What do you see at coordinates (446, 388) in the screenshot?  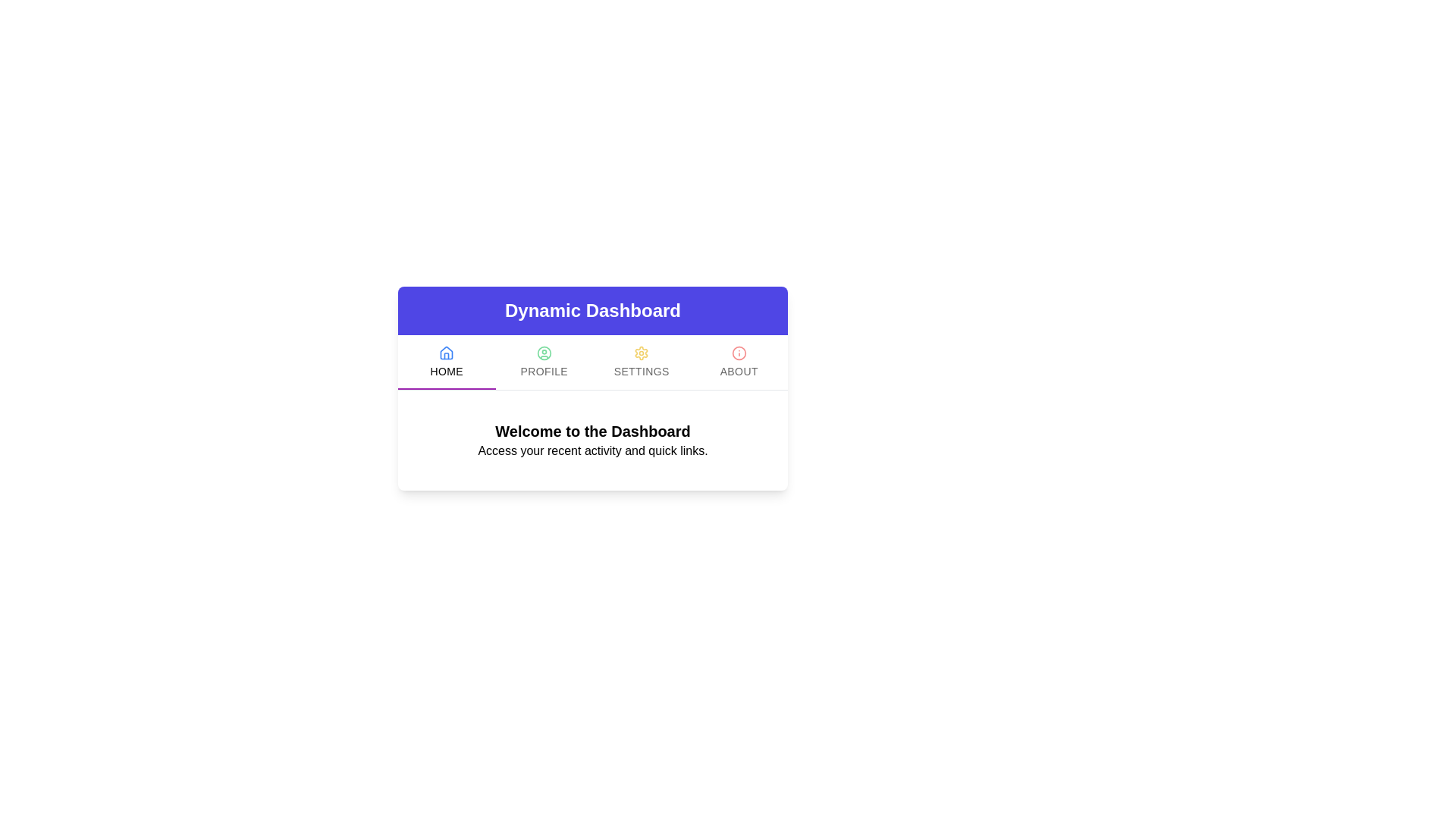 I see `the thin red horizontal line indicating the active tab under the 'Home' section in the tab navigation bar` at bounding box center [446, 388].